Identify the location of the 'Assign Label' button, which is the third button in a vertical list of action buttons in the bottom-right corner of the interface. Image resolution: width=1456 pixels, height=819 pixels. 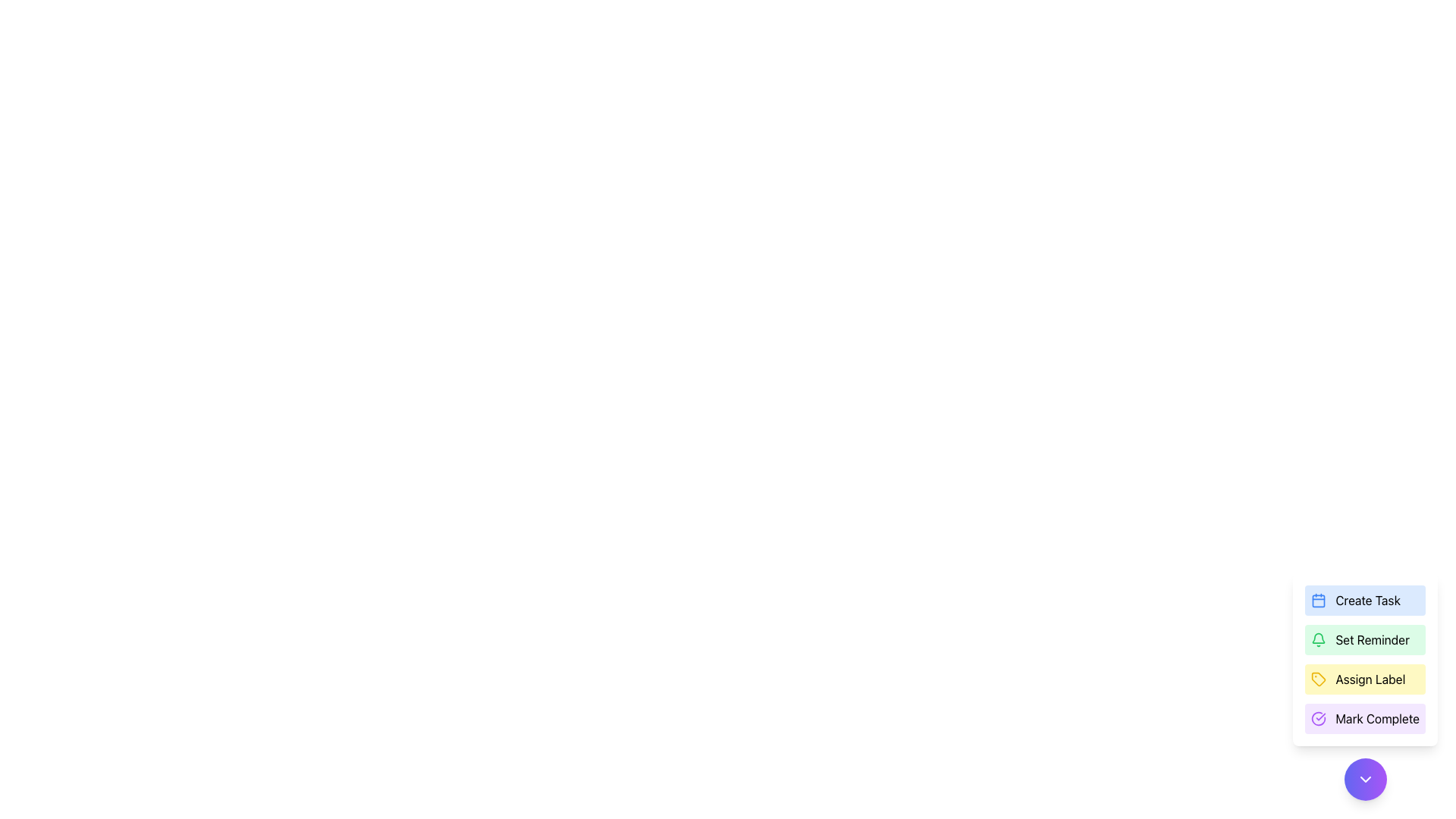
(1365, 687).